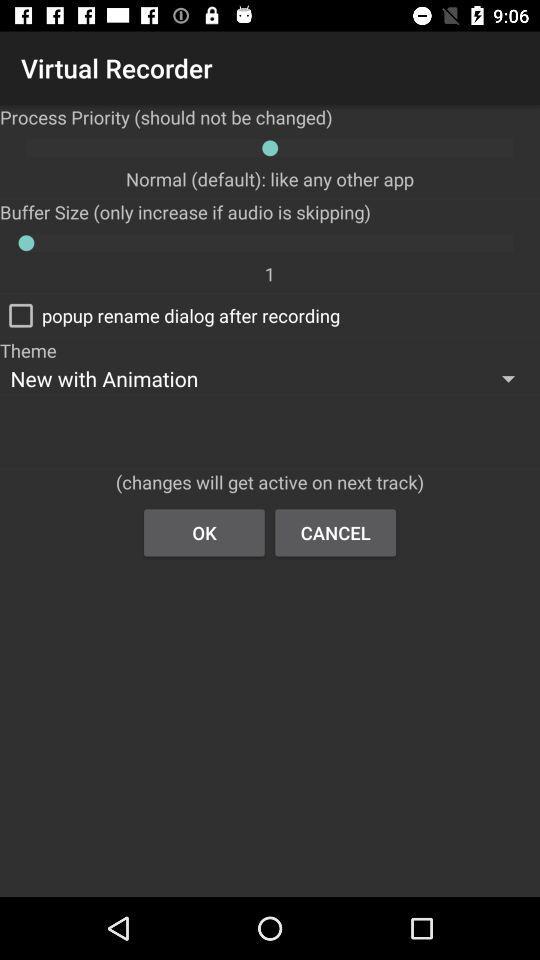  What do you see at coordinates (203, 531) in the screenshot?
I see `icon below the changes will get app` at bounding box center [203, 531].